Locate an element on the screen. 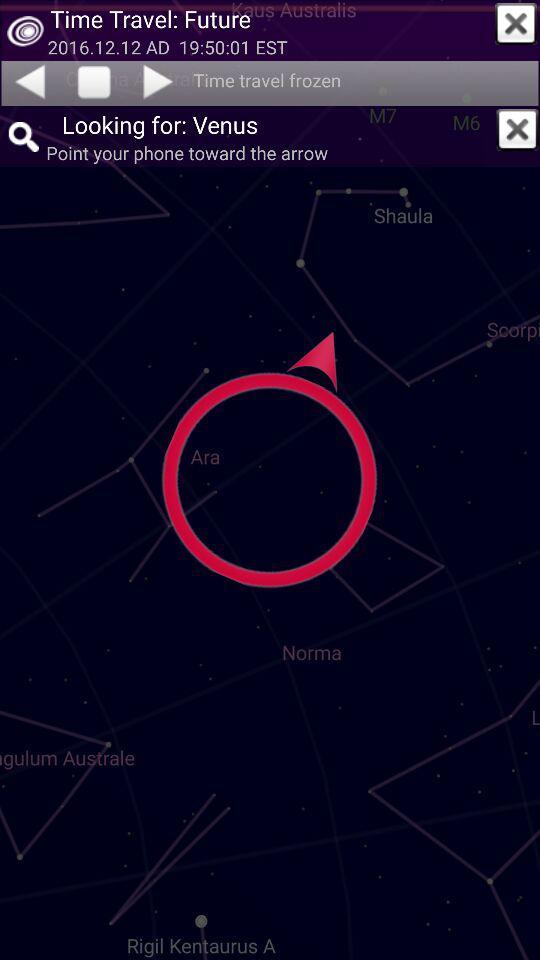 The height and width of the screenshot is (960, 540). the close icon is located at coordinates (517, 128).